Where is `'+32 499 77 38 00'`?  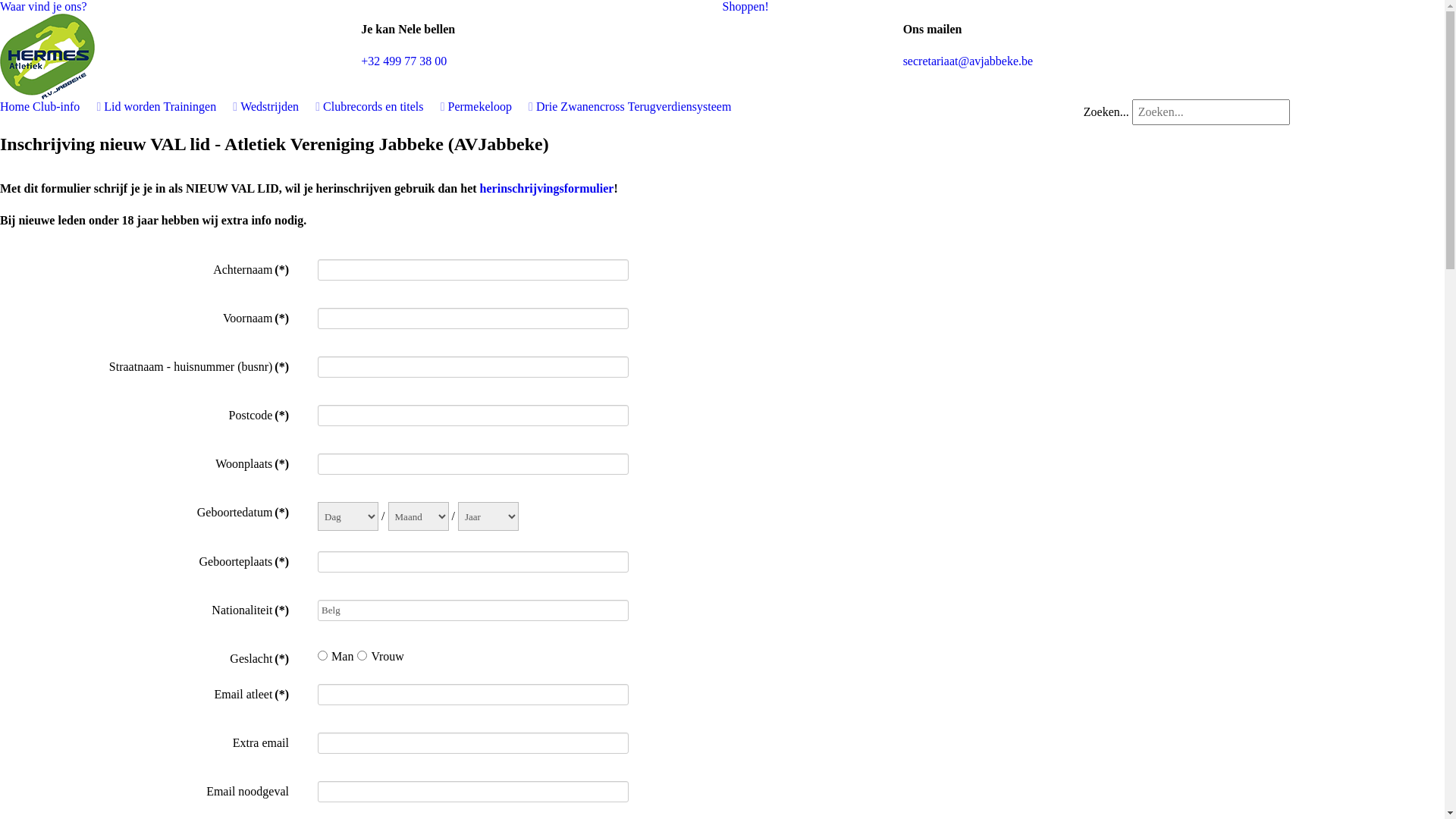
'+32 499 77 38 00' is located at coordinates (359, 60).